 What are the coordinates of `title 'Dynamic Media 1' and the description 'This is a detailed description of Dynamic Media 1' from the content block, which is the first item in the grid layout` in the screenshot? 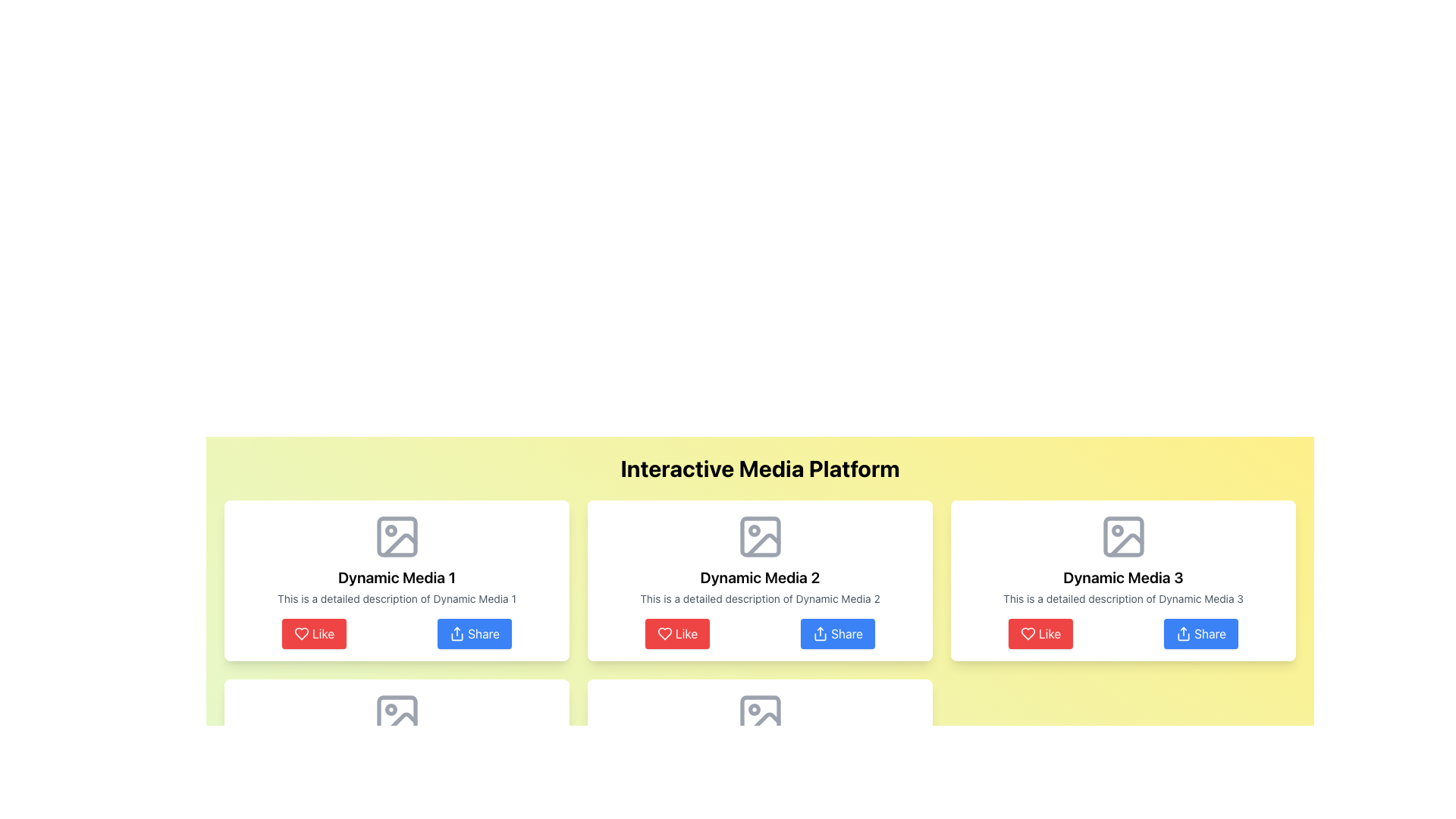 It's located at (397, 559).